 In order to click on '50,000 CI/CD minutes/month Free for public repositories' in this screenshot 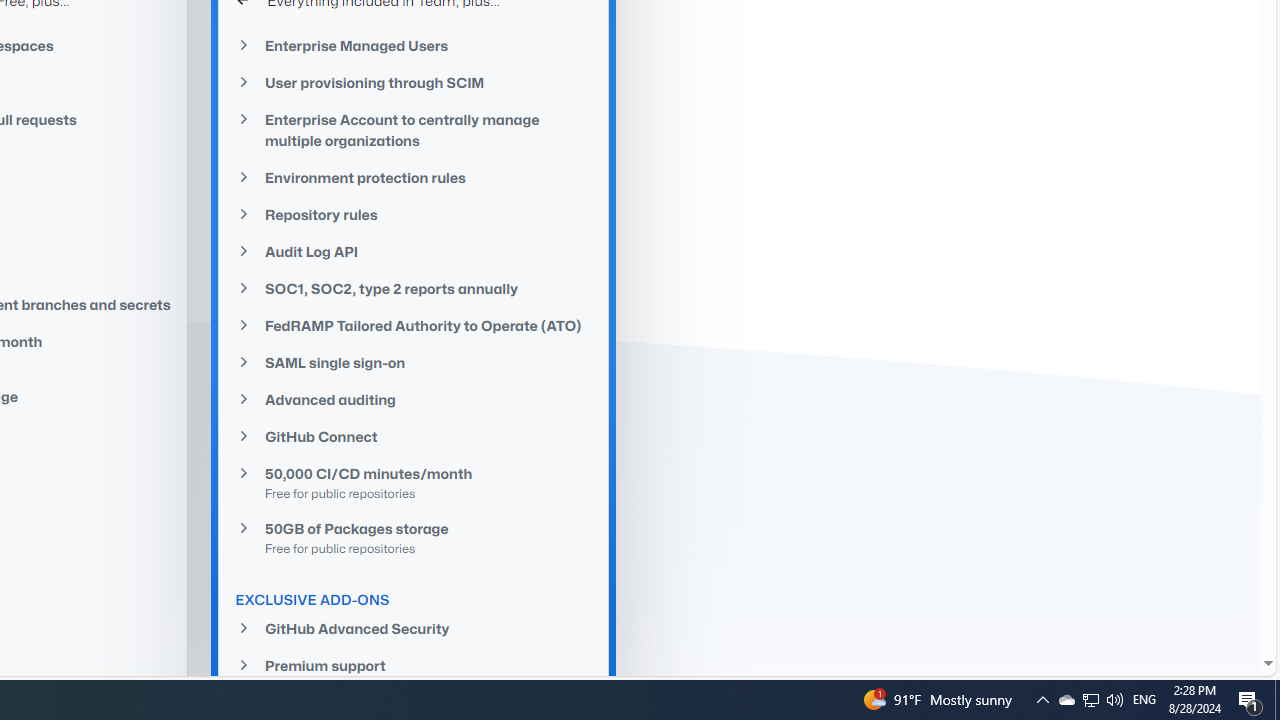, I will do `click(413, 483)`.